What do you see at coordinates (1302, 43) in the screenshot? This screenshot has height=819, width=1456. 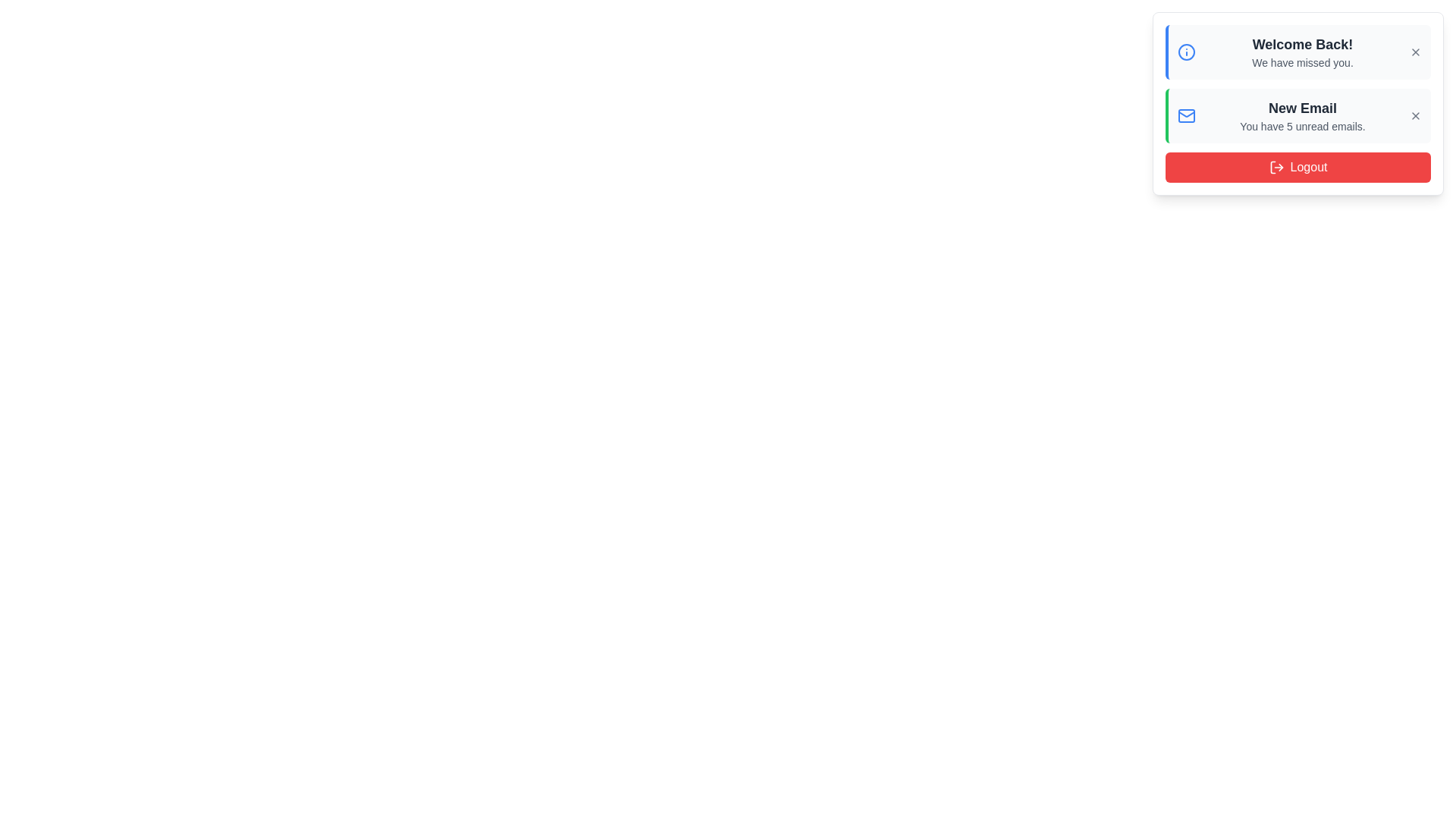 I see `the text label that says 'Welcome Back!' styled in bold and large font, located at the top of the card-like section on the right side of the interface` at bounding box center [1302, 43].